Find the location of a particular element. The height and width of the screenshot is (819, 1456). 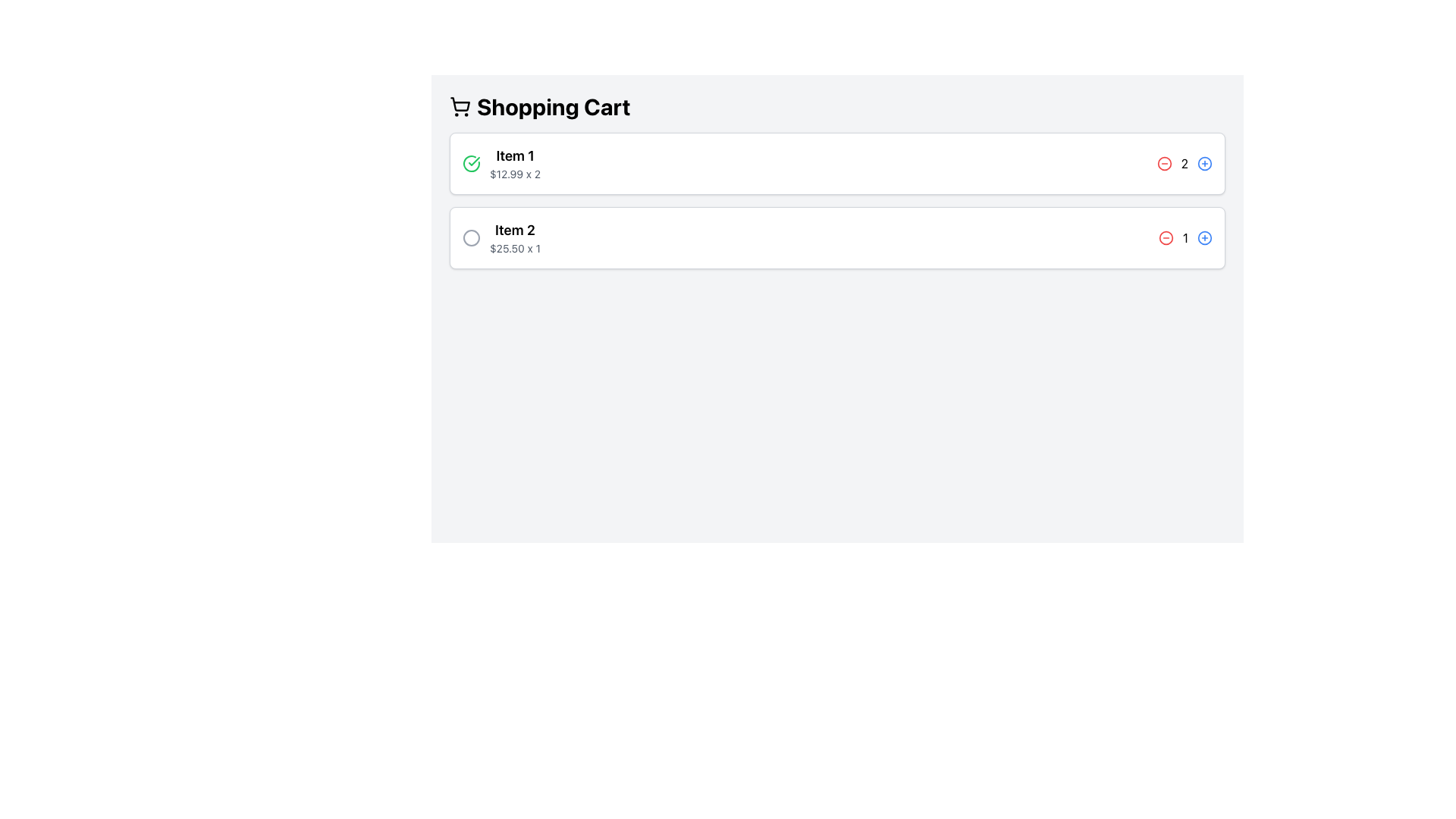

the displayed value of the numerical label showing '1' for 'Item 2', located between the red minus and blue plus buttons in the quantity control area of the shopping cart interface is located at coordinates (1185, 237).